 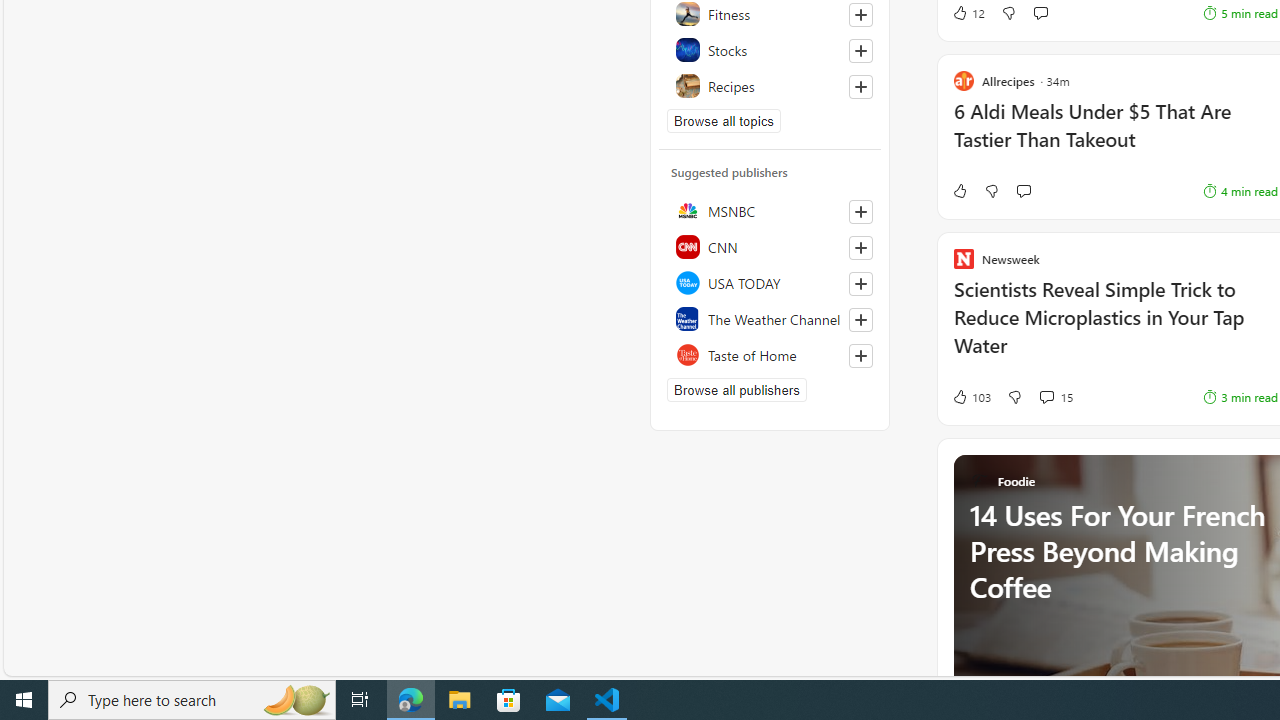 What do you see at coordinates (958, 191) in the screenshot?
I see `'Like'` at bounding box center [958, 191].